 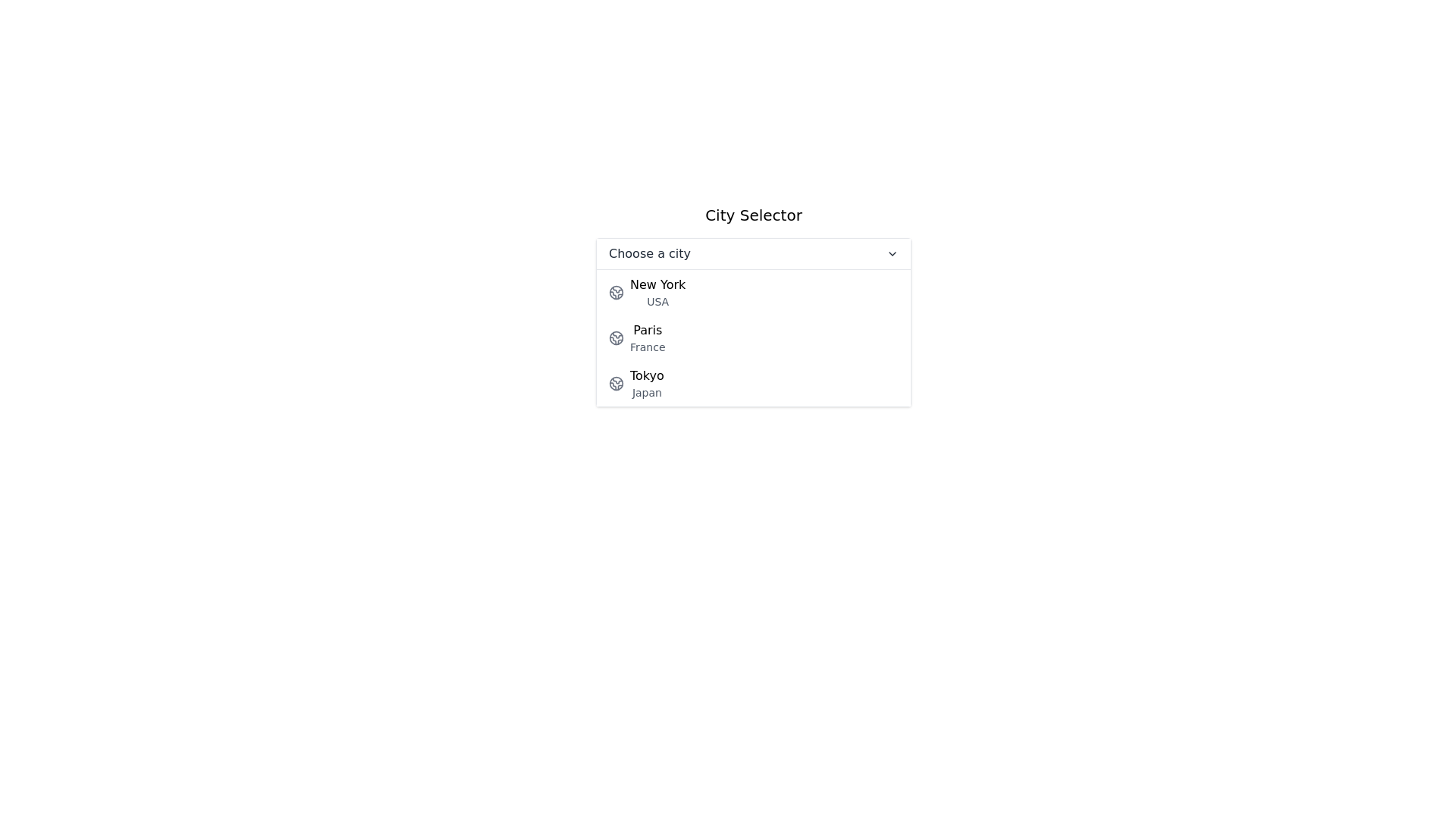 What do you see at coordinates (657, 292) in the screenshot?
I see `the 'New York' text label in the dropdown list labeled 'Choose a city'` at bounding box center [657, 292].